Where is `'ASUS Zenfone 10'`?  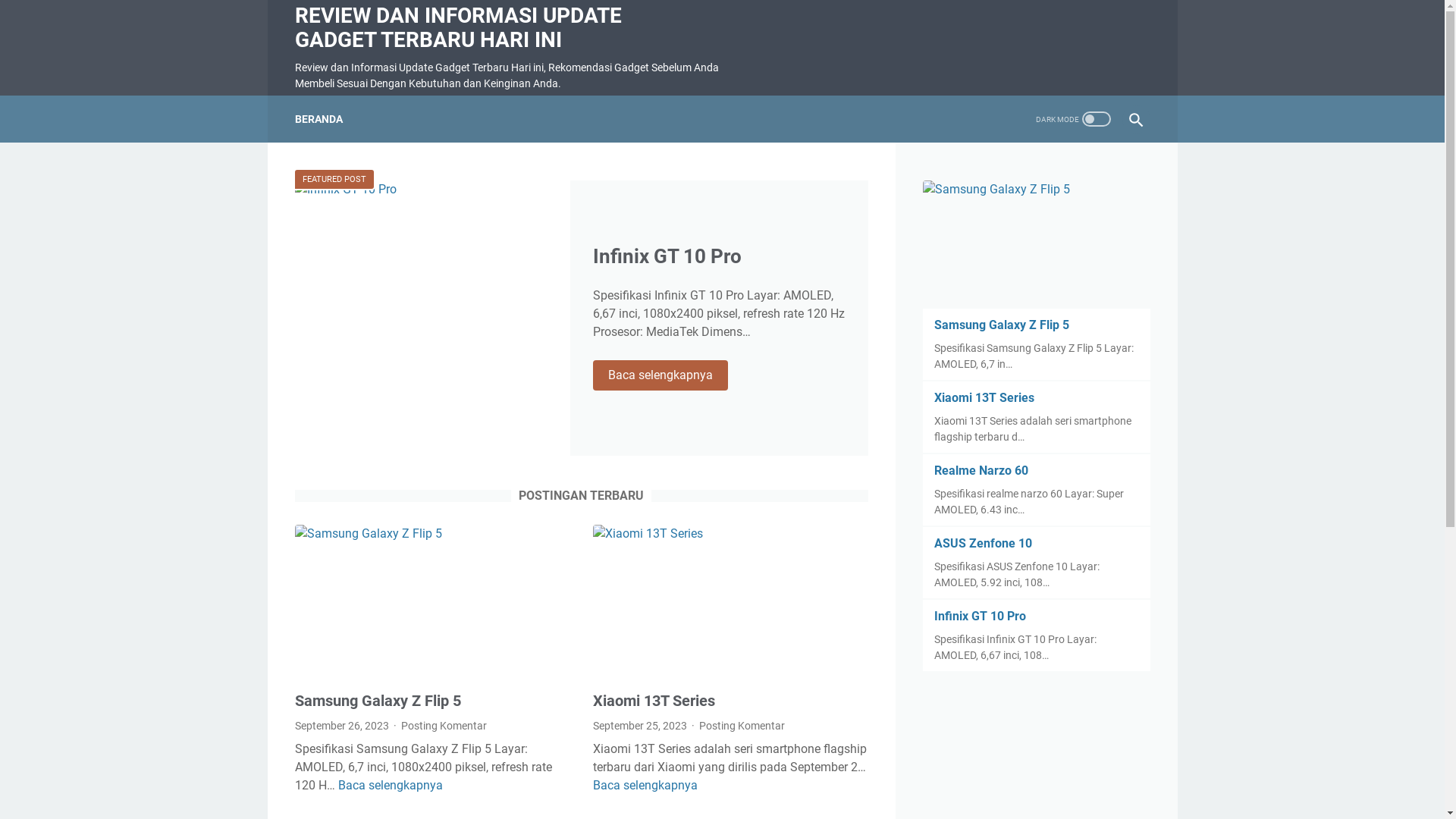 'ASUS Zenfone 10' is located at coordinates (983, 542).